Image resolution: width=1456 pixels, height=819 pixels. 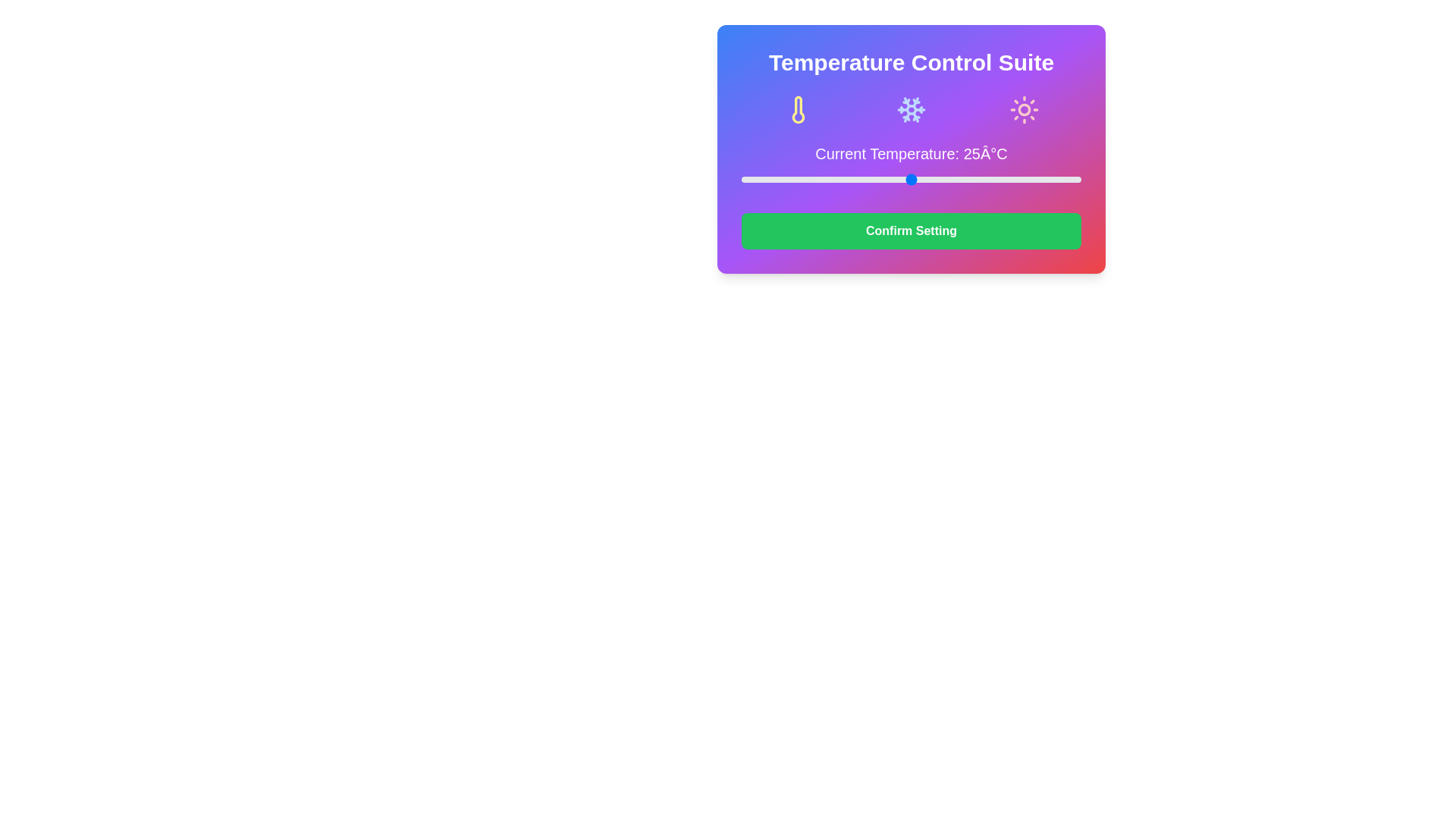 What do you see at coordinates (979, 178) in the screenshot?
I see `the temperature slider to set the temperature to 35°C` at bounding box center [979, 178].